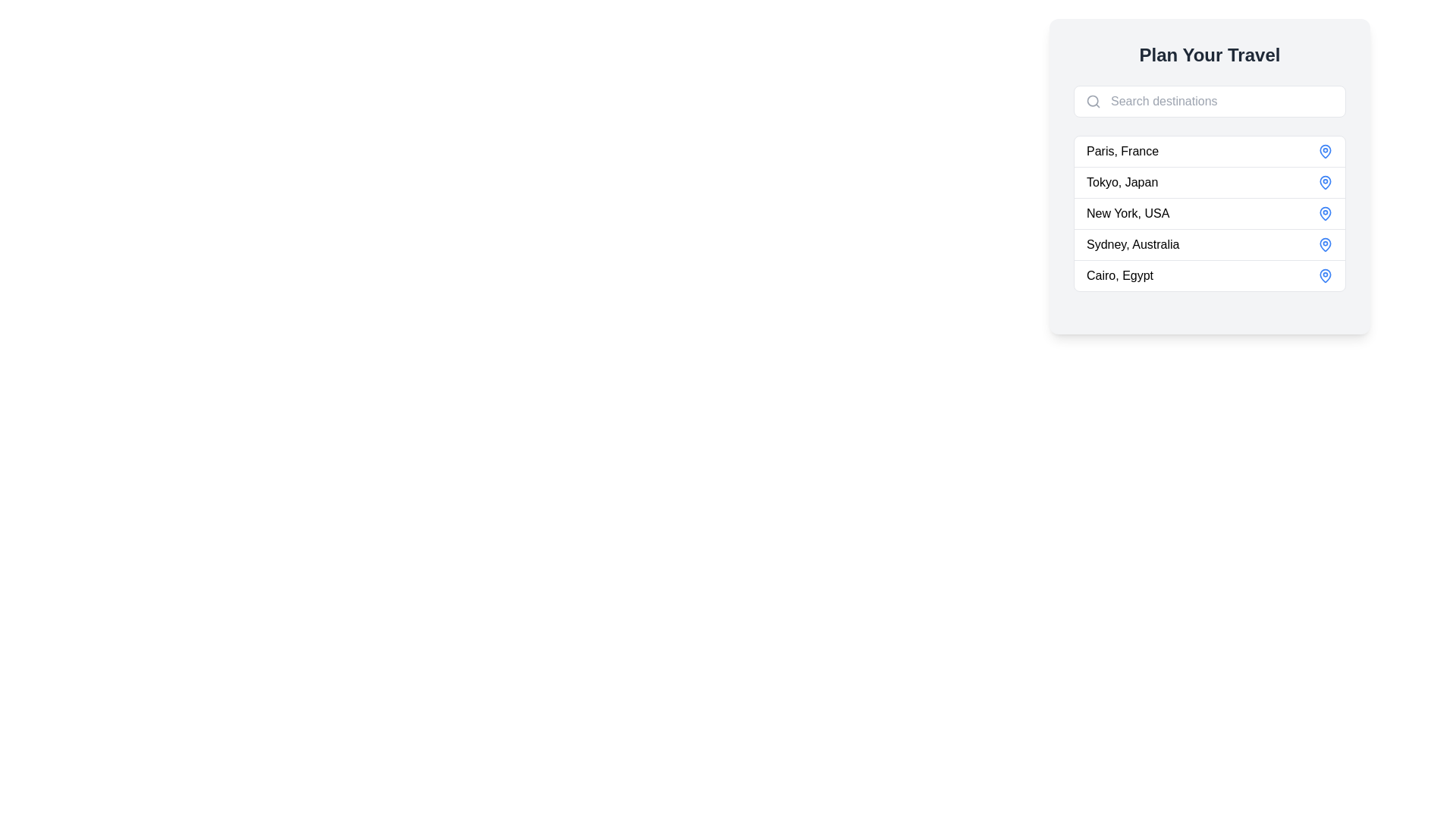 The image size is (1456, 819). I want to click on the blue map pin icon that is right-aligned within the list item labeled 'Sydney, Australia', so click(1324, 244).